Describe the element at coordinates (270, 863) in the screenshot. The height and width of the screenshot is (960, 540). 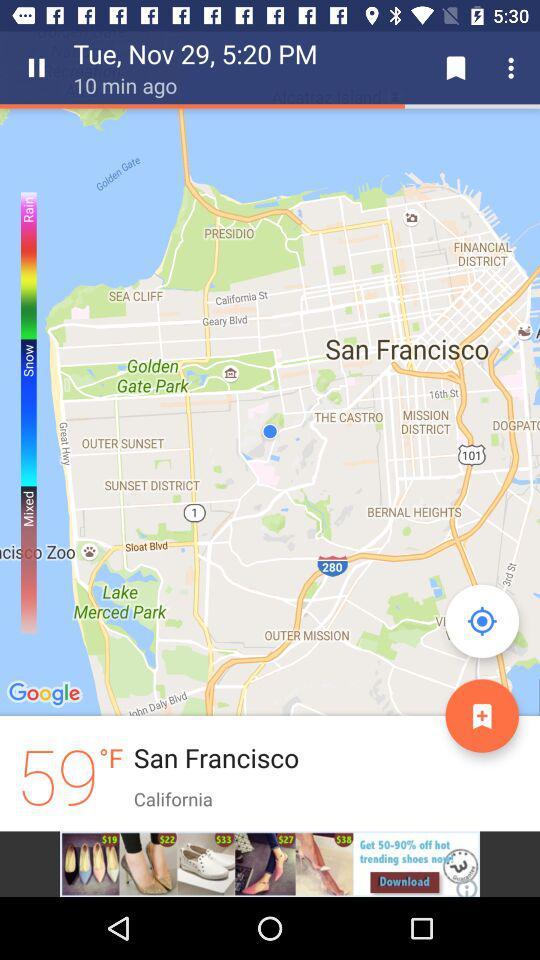
I see `open advertisement` at that location.